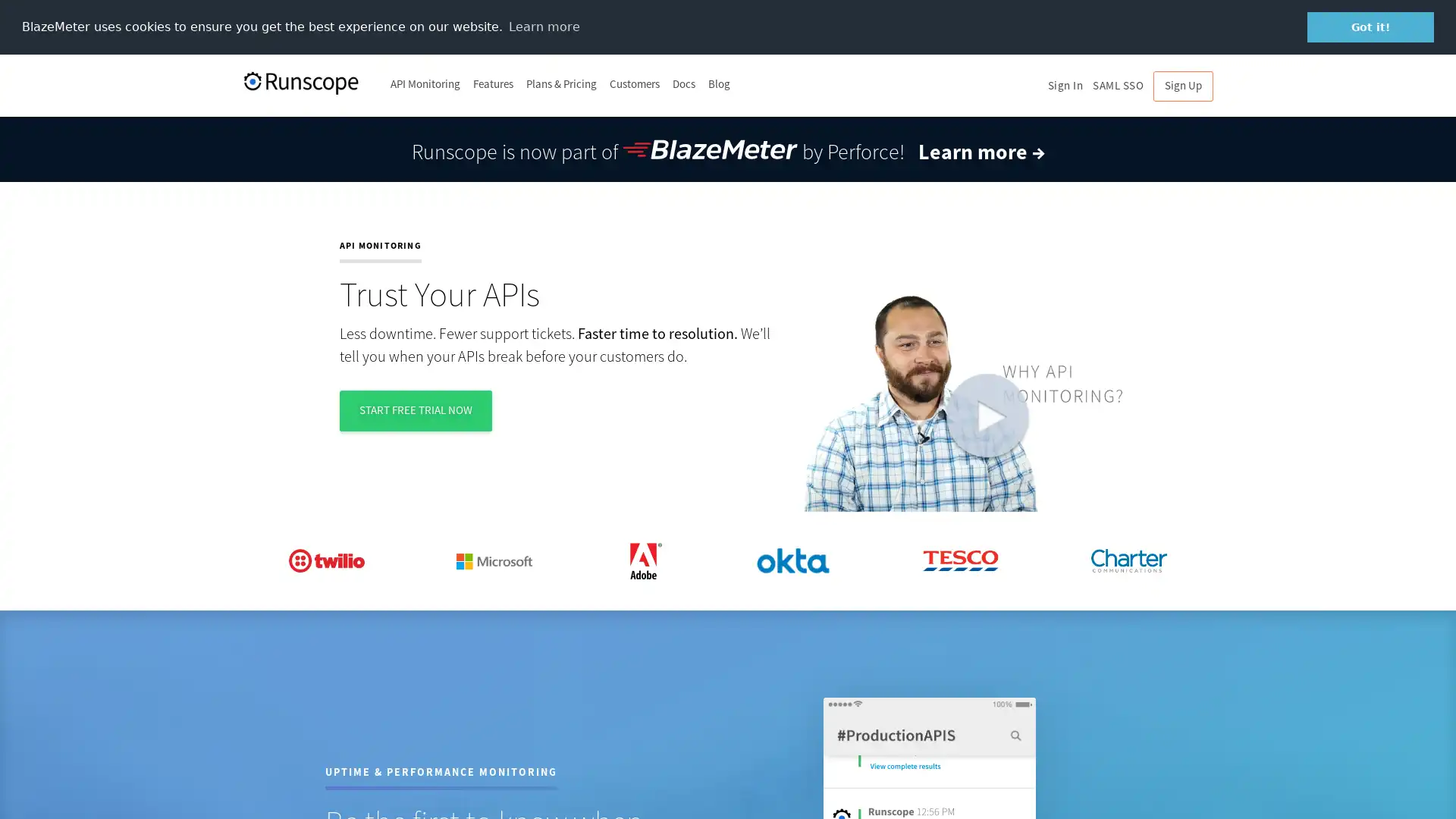 The image size is (1456, 819). Describe the element at coordinates (544, 26) in the screenshot. I see `learn more about cookies` at that location.